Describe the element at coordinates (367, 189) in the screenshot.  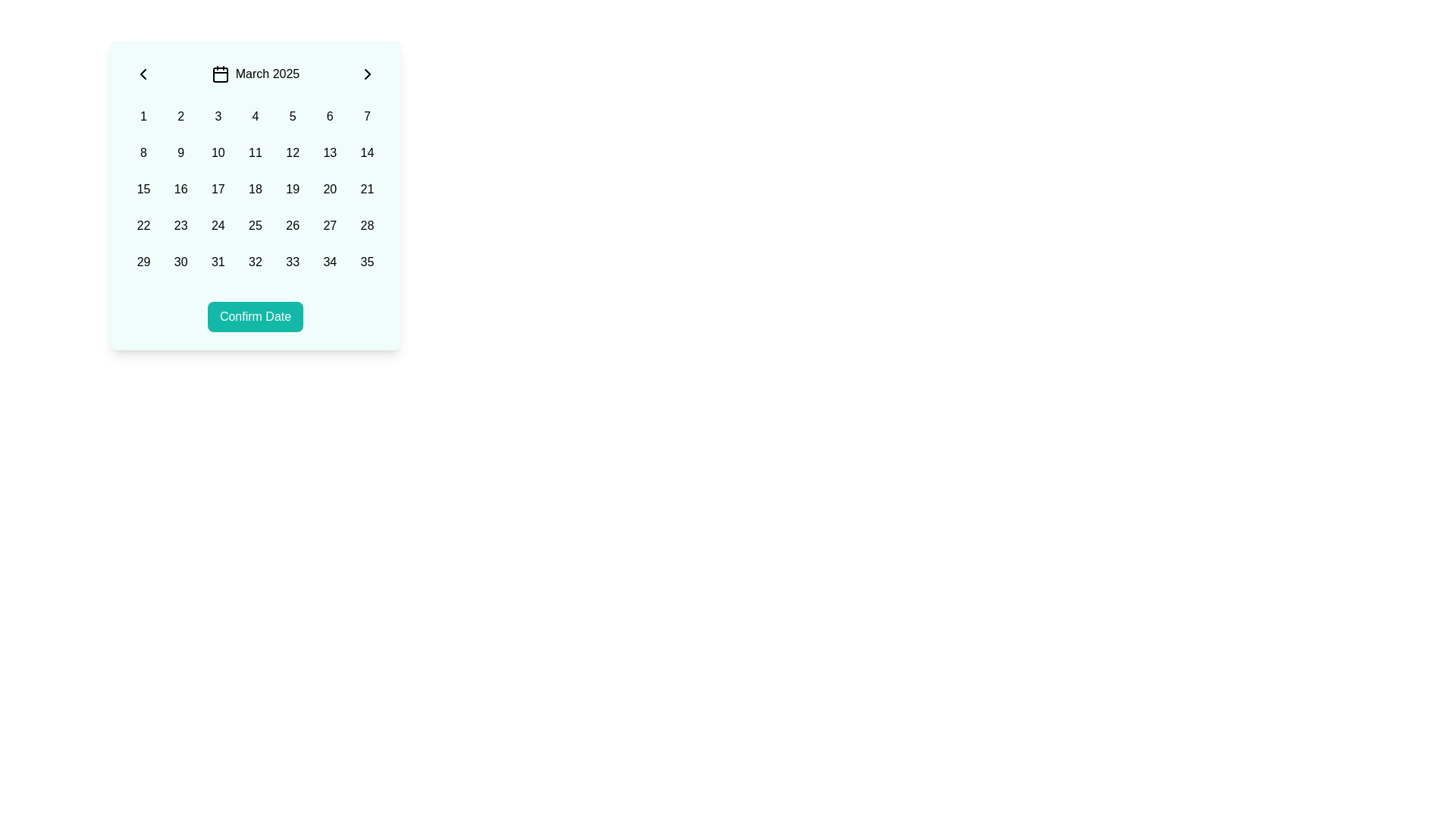
I see `the interactive grid cell that contains the text '21', located in the fourth row and seventh column of the calendar interface for March 2025` at that location.